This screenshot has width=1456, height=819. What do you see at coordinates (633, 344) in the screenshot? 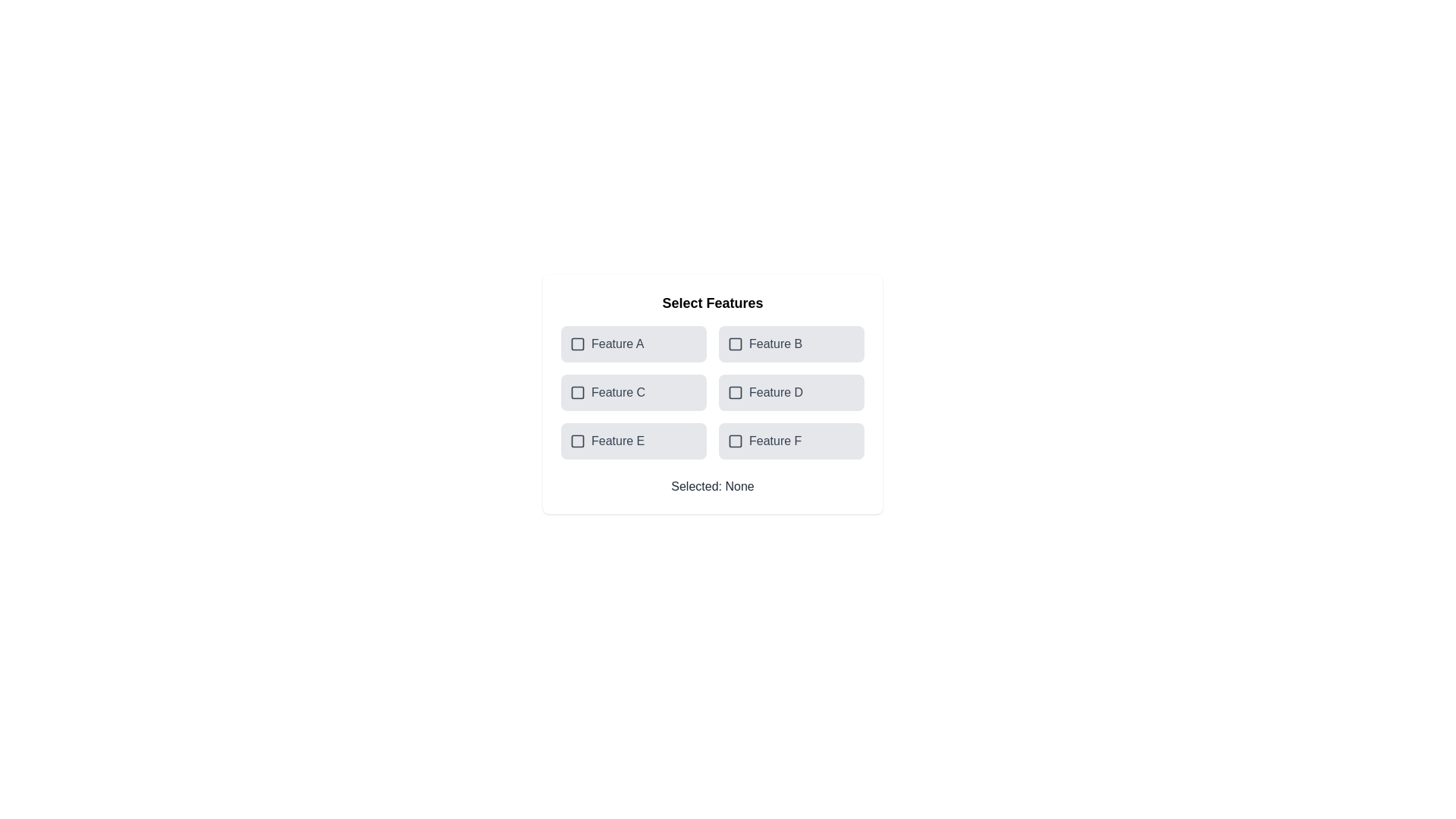
I see `the interactive selector button for 'Feature A'` at bounding box center [633, 344].